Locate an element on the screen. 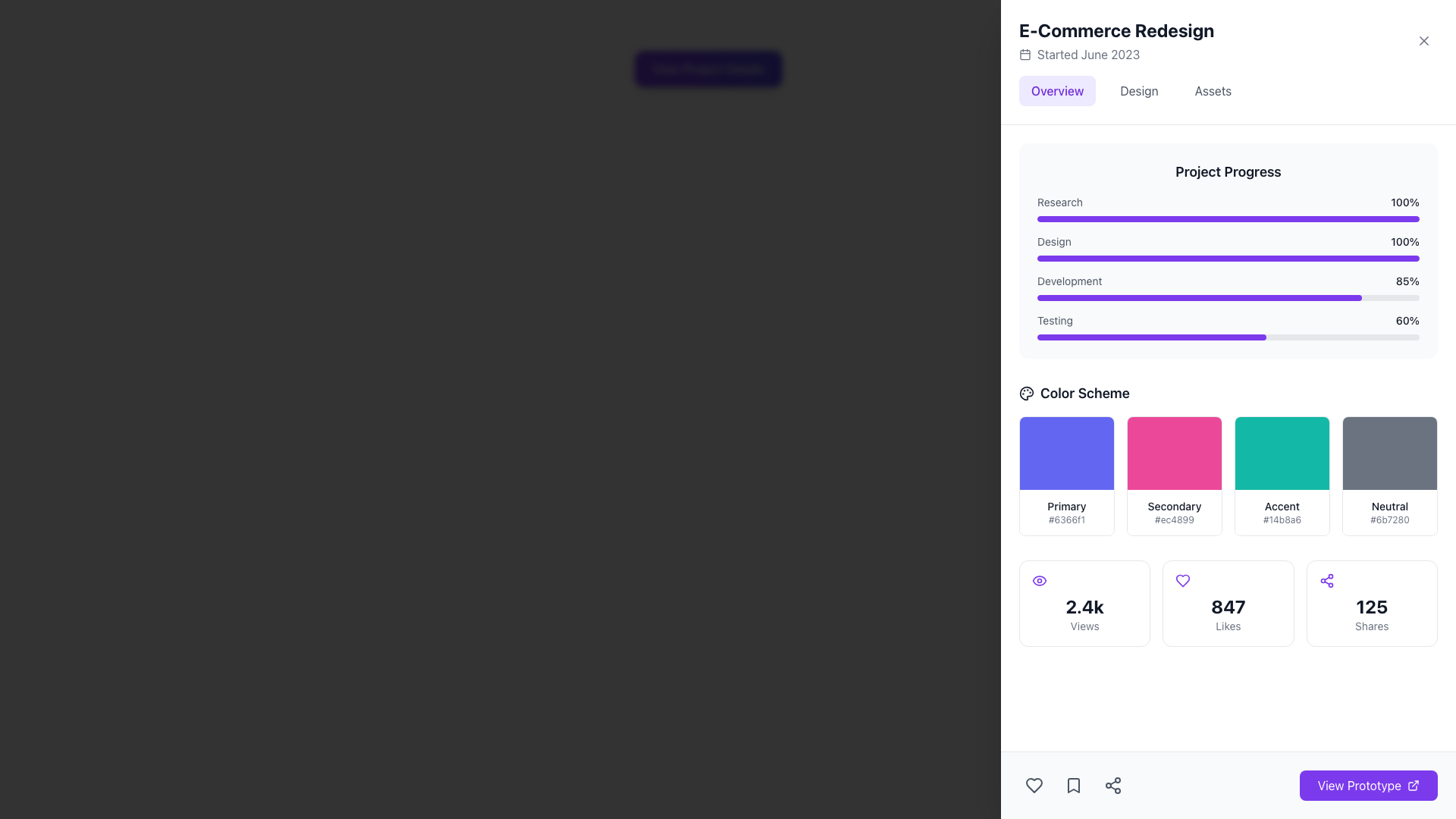 The image size is (1456, 819). the 'Shares' text label, which is a small gray font label positioned below the larger text '125' in the bottom right corner of the interface is located at coordinates (1372, 626).